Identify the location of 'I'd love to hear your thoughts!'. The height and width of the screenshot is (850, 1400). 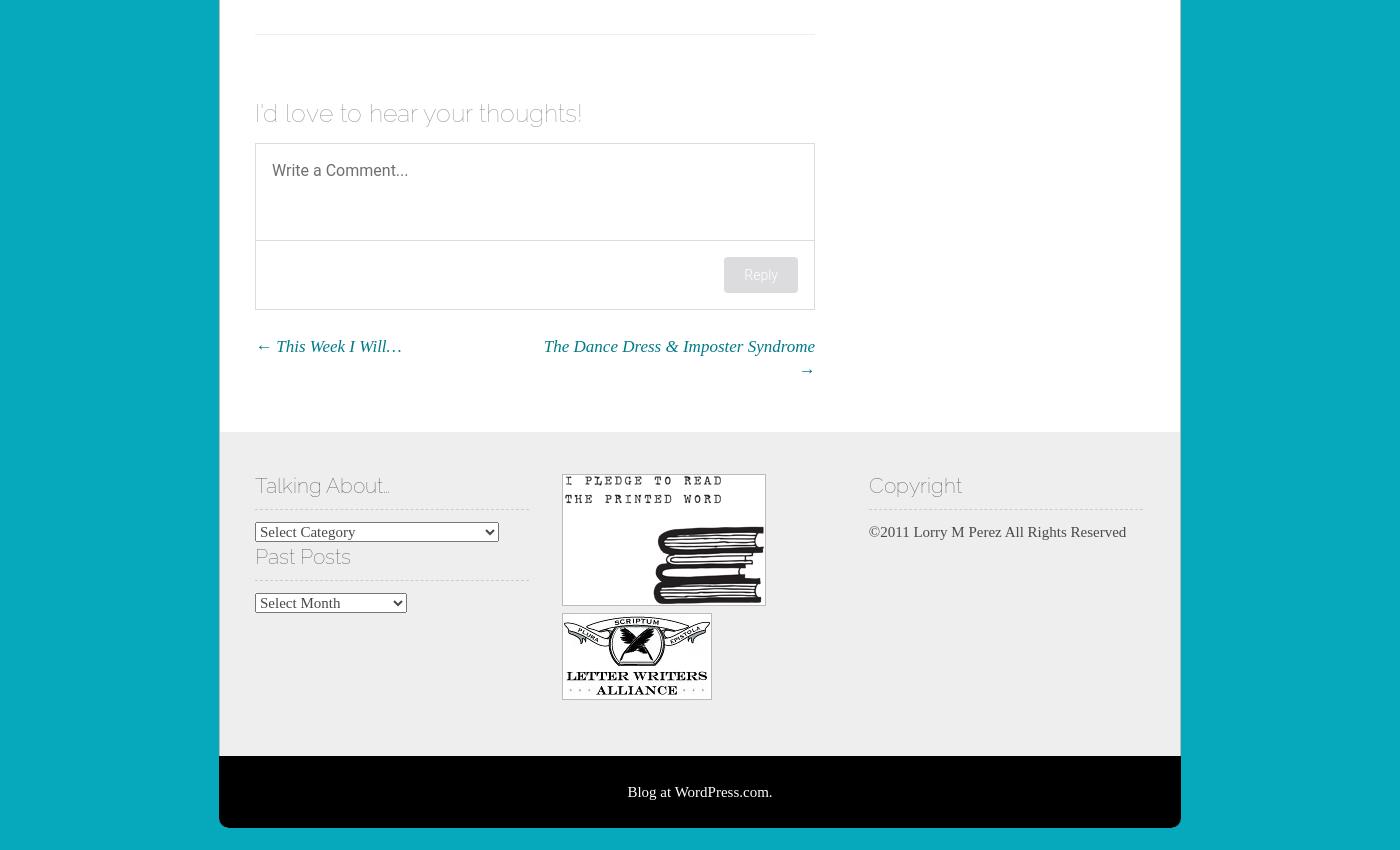
(419, 111).